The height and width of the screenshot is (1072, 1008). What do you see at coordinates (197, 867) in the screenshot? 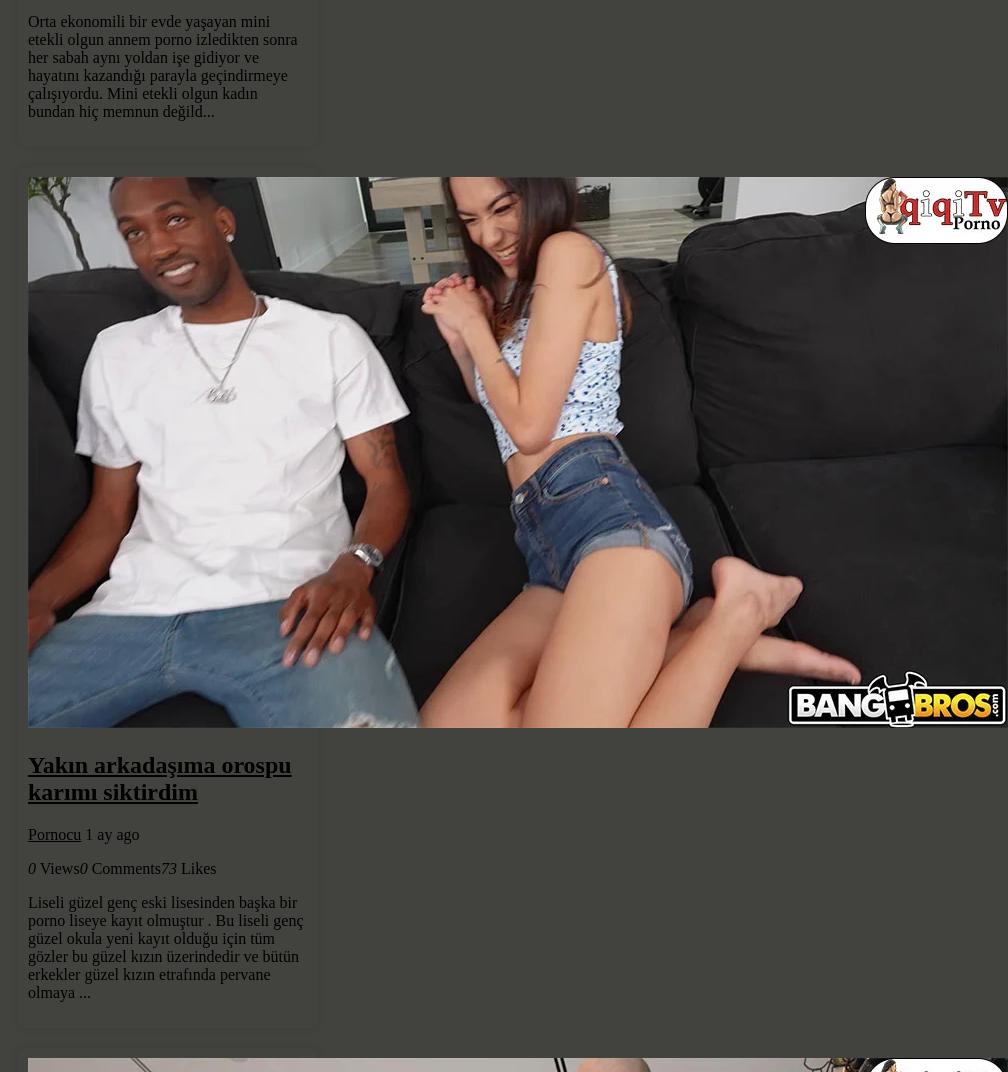
I see `'Likes'` at bounding box center [197, 867].